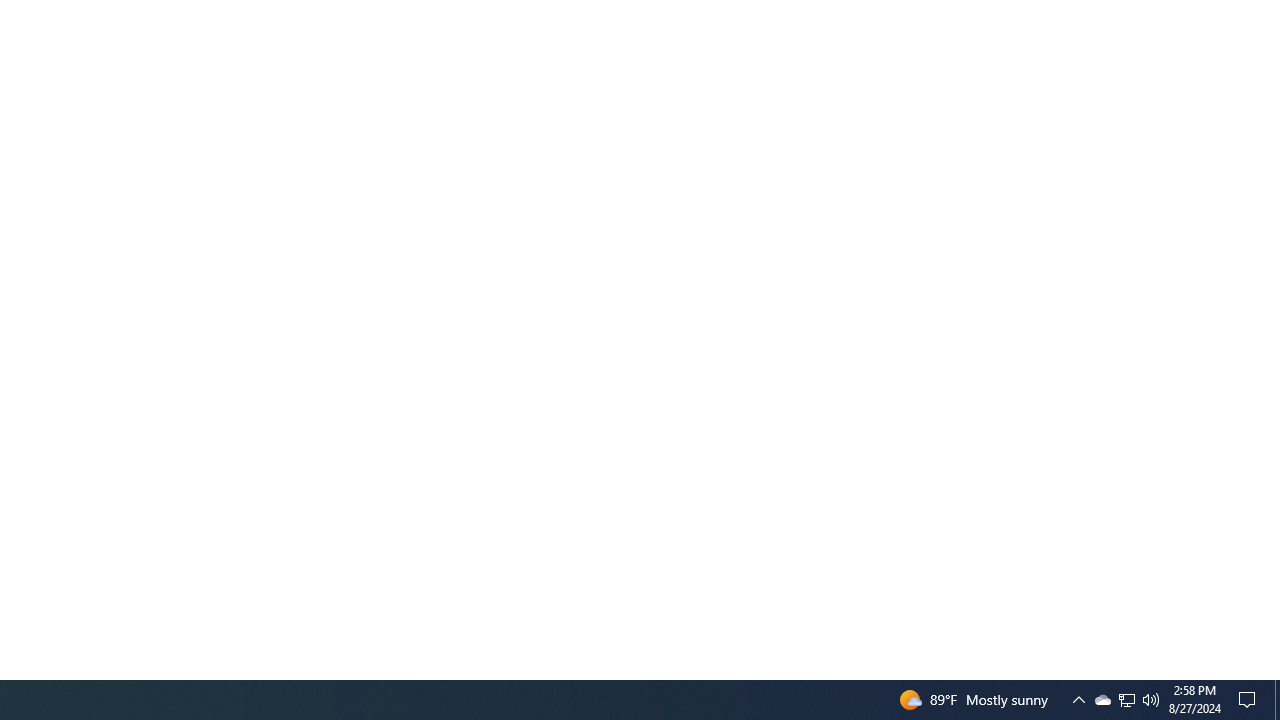 Image resolution: width=1280 pixels, height=720 pixels. What do you see at coordinates (1127, 698) in the screenshot?
I see `'User Promoted Notification Area'` at bounding box center [1127, 698].